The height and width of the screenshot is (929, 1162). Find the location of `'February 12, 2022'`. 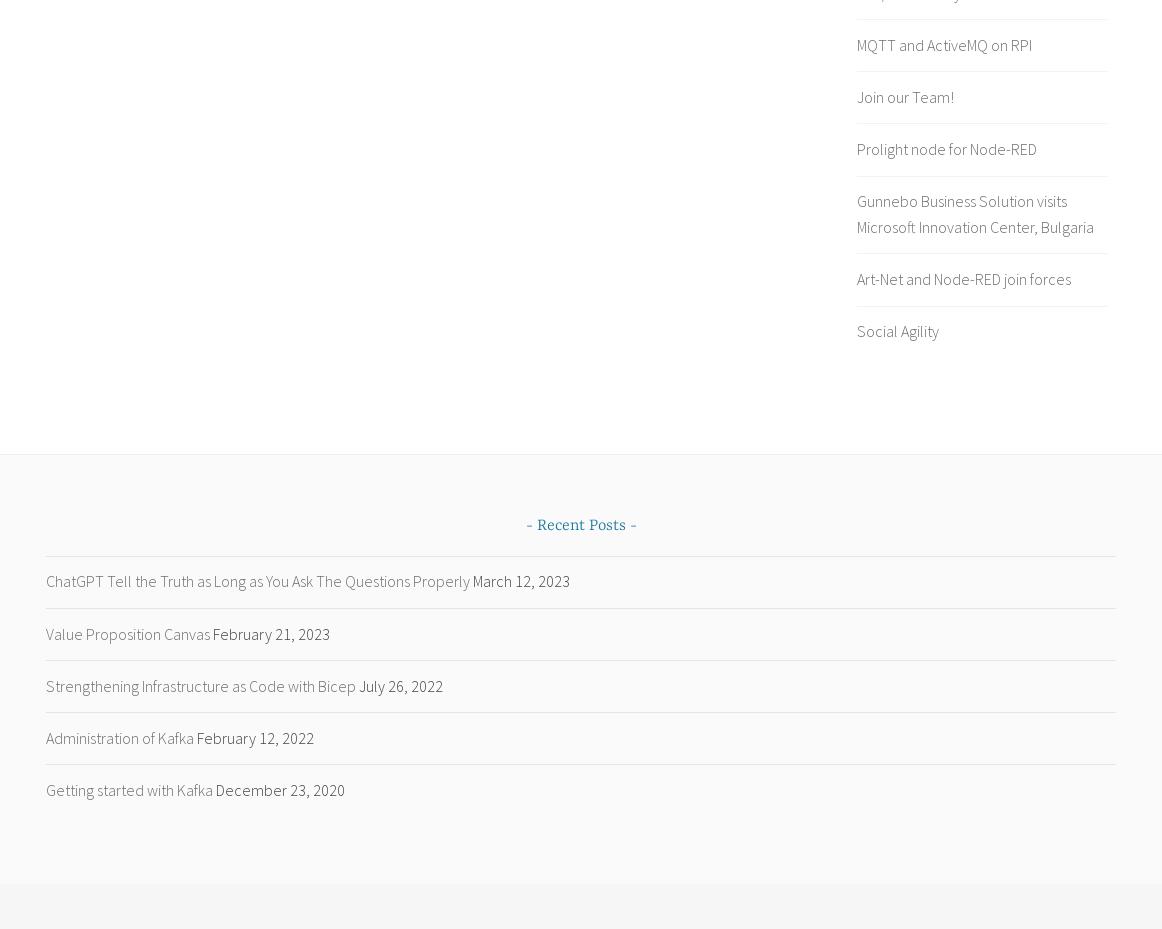

'February 12, 2022' is located at coordinates (255, 736).